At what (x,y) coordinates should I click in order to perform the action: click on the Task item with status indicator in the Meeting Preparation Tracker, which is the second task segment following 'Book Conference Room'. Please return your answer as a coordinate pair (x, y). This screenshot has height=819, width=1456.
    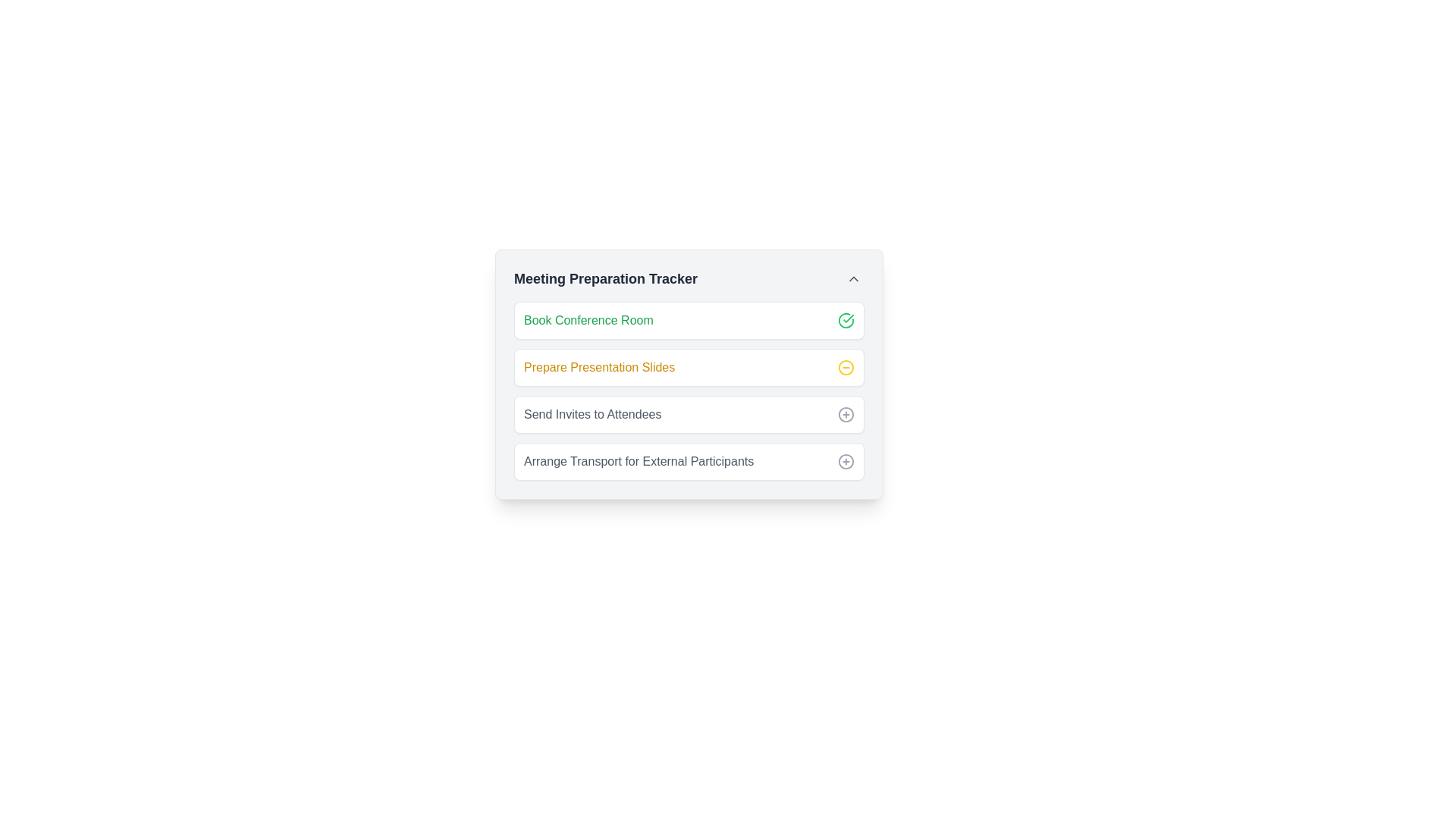
    Looking at the image, I should click on (688, 374).